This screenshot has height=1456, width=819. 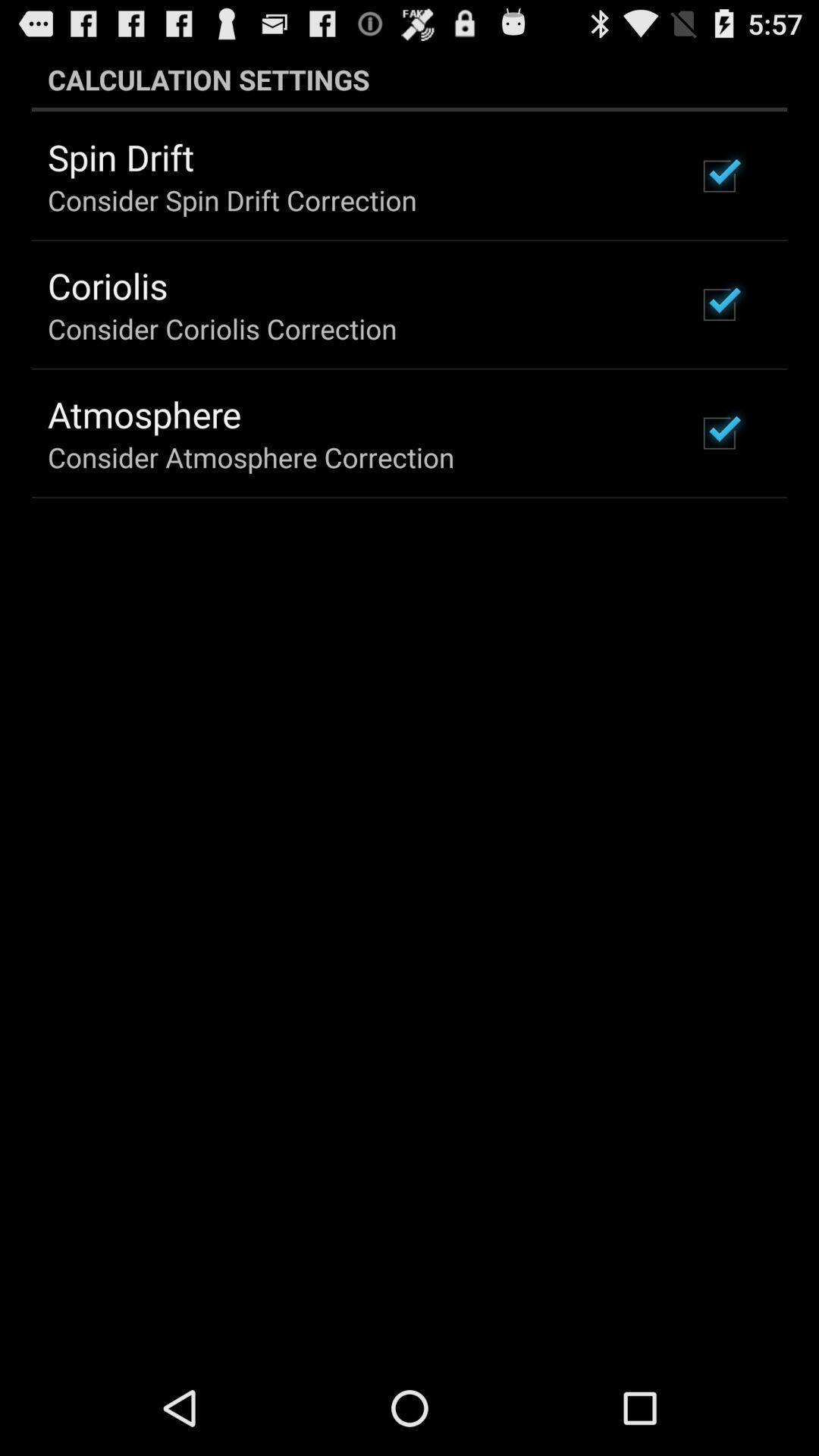 What do you see at coordinates (409, 79) in the screenshot?
I see `the calculation settings app` at bounding box center [409, 79].